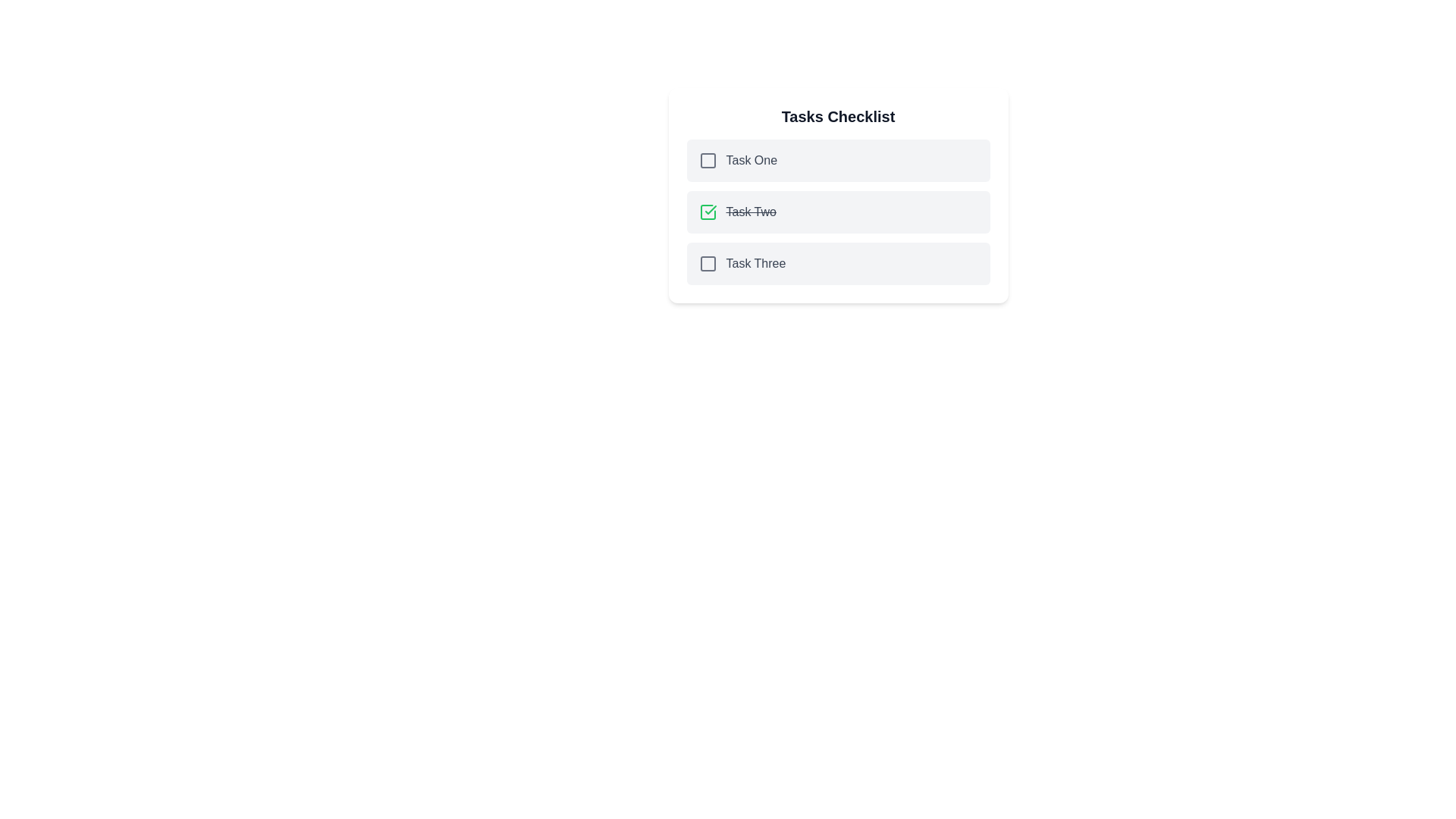  I want to click on the text label displaying the title 'Task Two', which is styled with a strikethrough and is positioned between the checkbox and the right edge of the list item, so click(751, 212).